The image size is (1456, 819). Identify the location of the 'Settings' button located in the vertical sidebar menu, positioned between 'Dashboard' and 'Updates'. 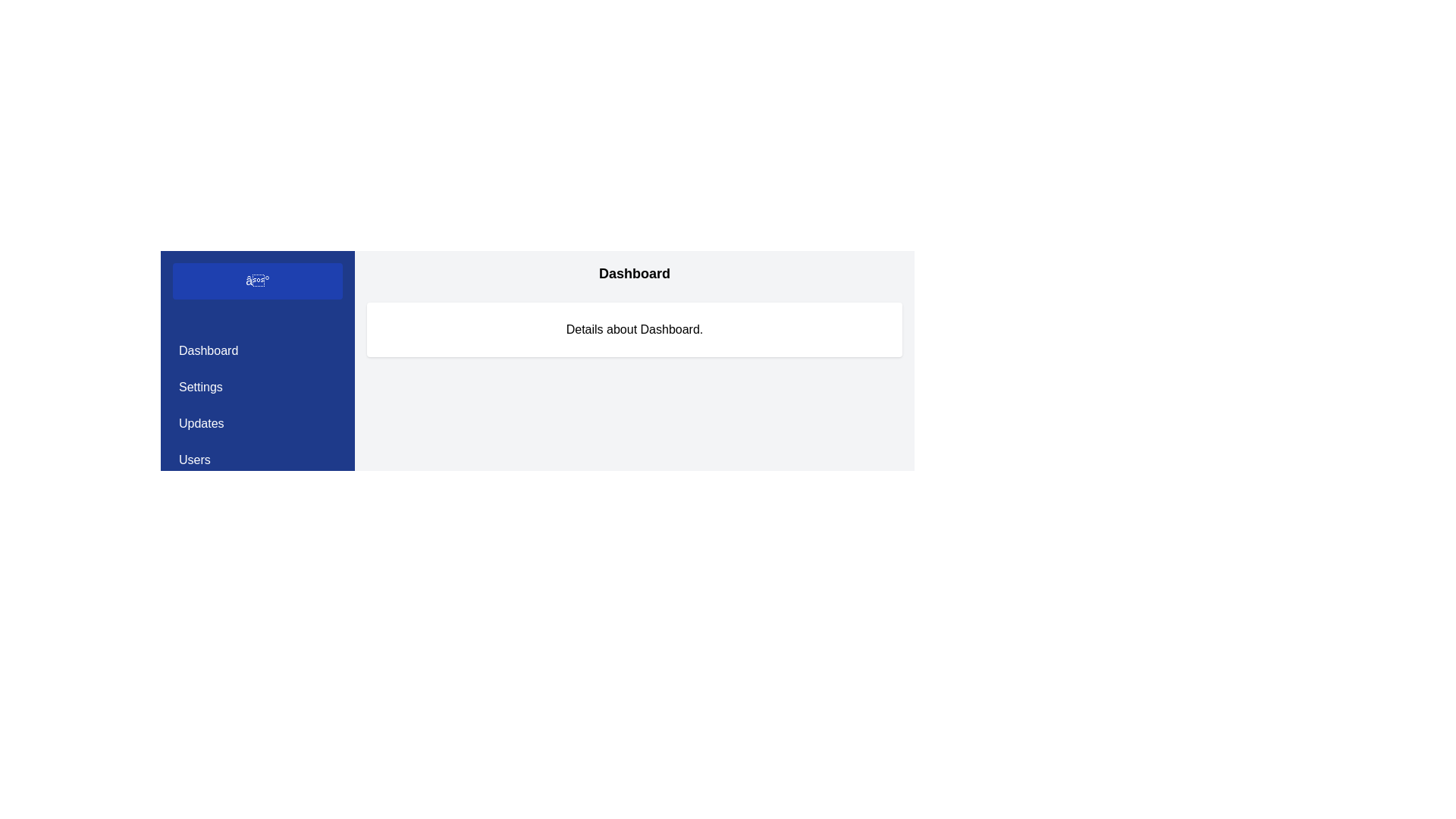
(258, 386).